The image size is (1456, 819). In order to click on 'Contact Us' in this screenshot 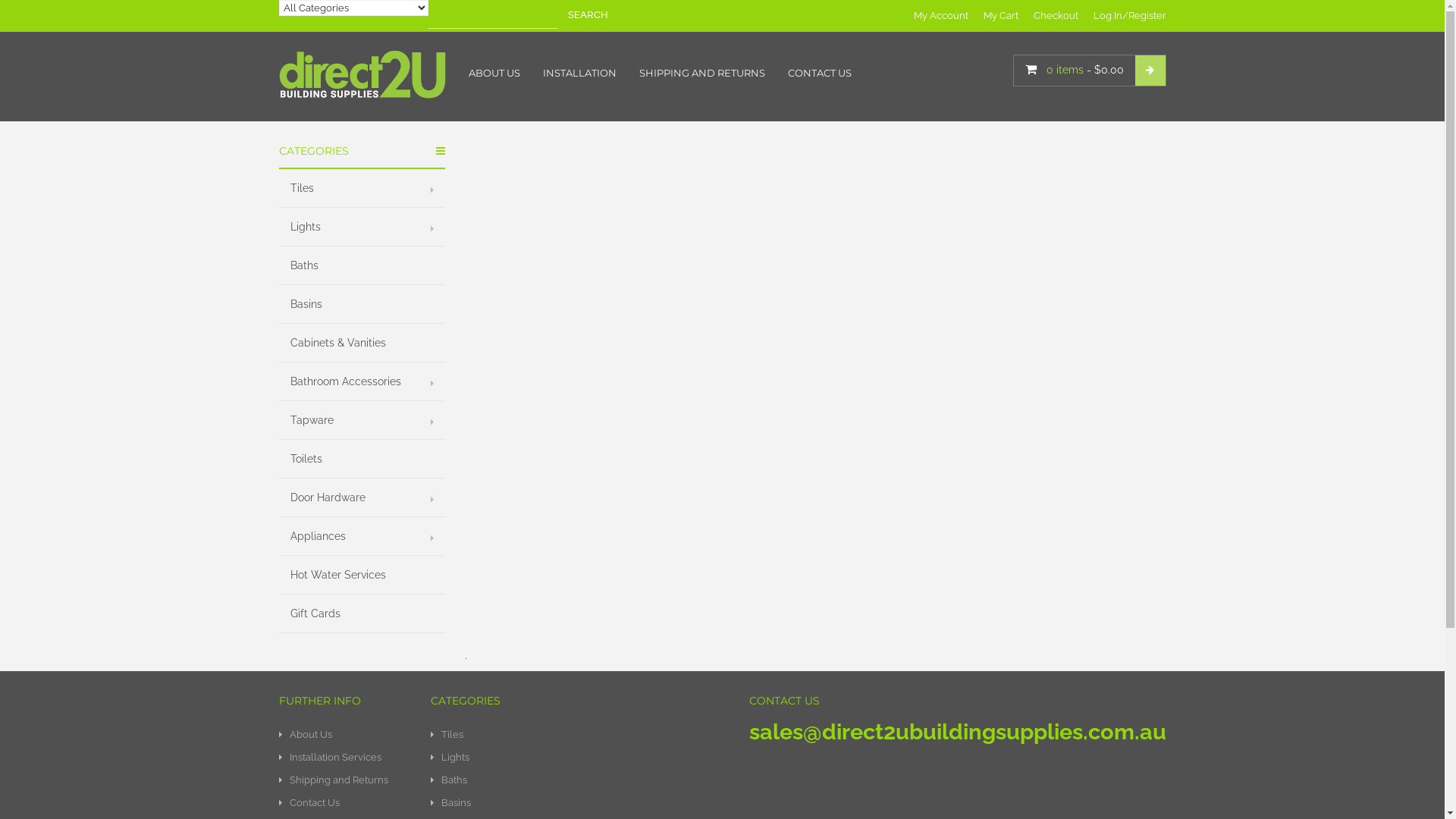, I will do `click(342, 802)`.